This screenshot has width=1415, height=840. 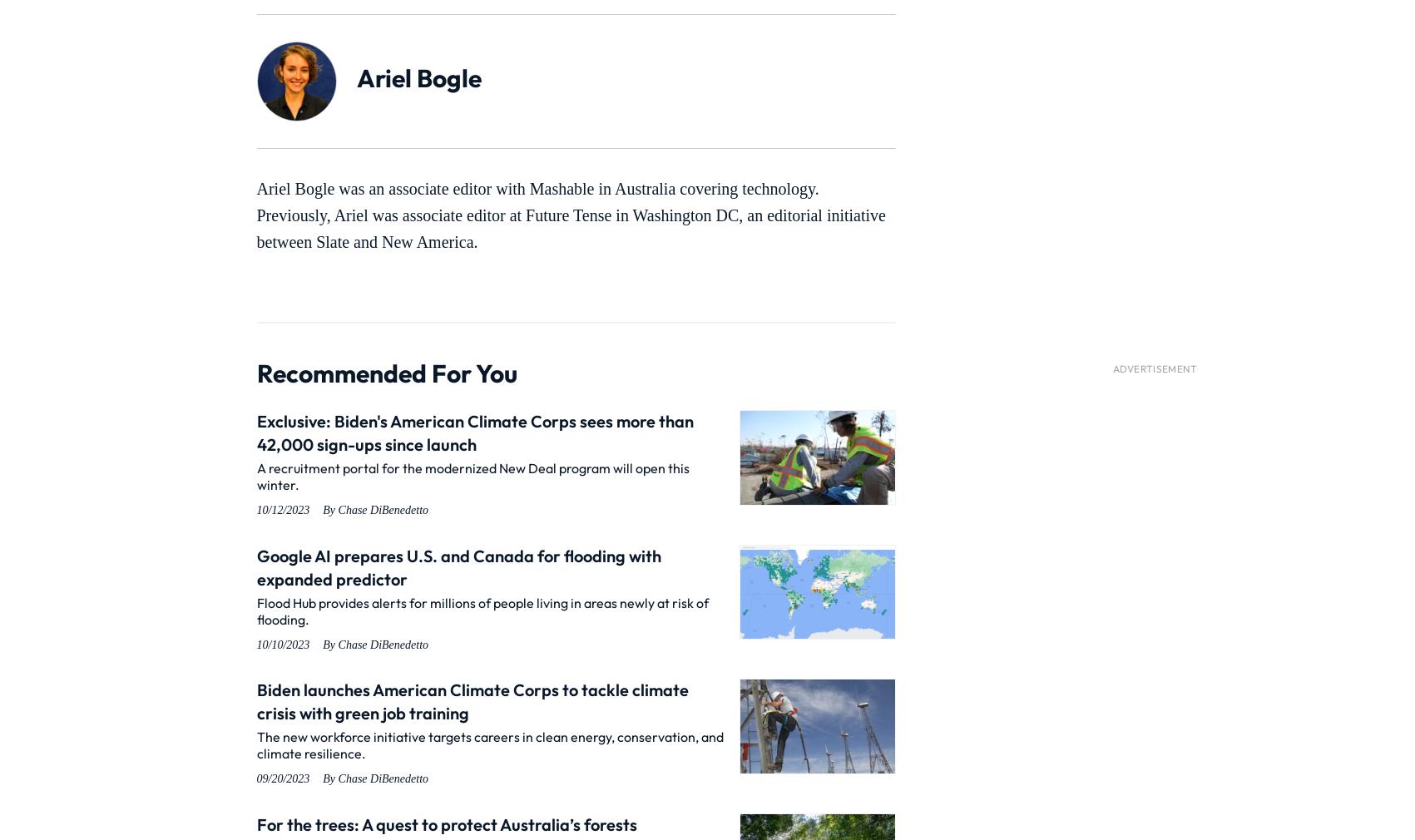 I want to click on 'The new workforce initiative targets careers in clean energy, conservation, and climate resilience.', so click(x=489, y=744).